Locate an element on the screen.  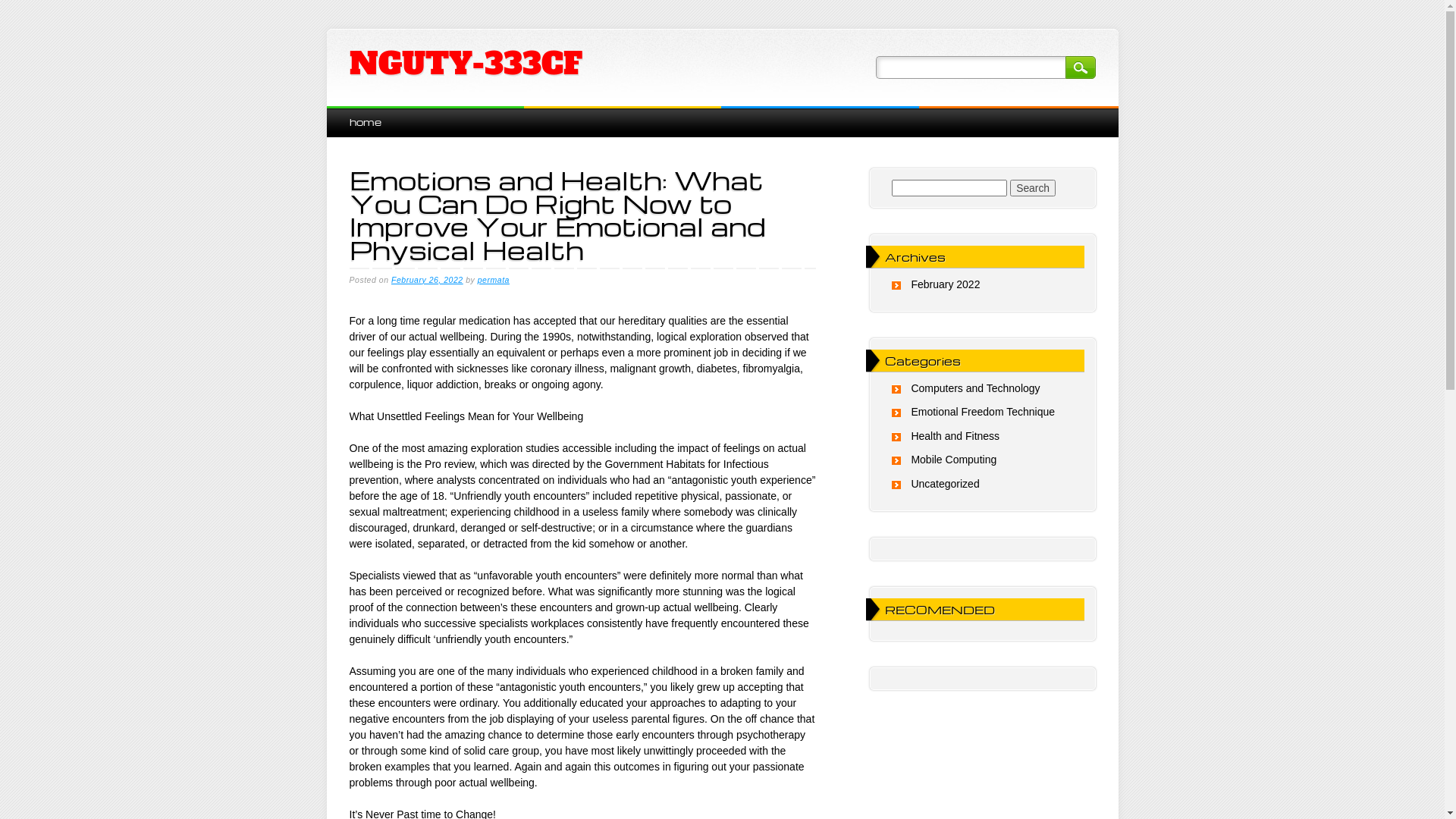
'Search' is located at coordinates (1032, 187).